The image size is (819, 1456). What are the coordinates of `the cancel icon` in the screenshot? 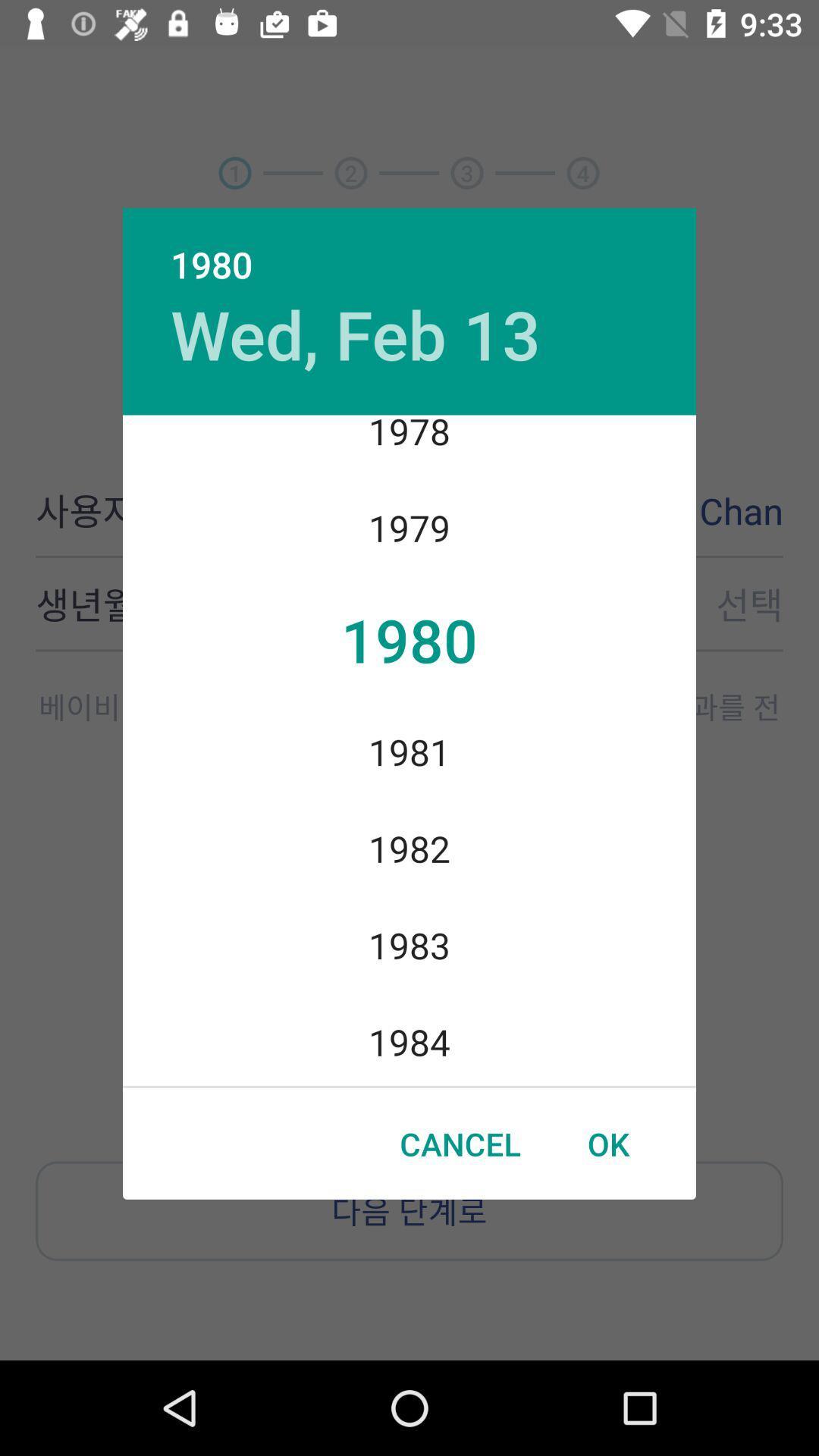 It's located at (460, 1144).